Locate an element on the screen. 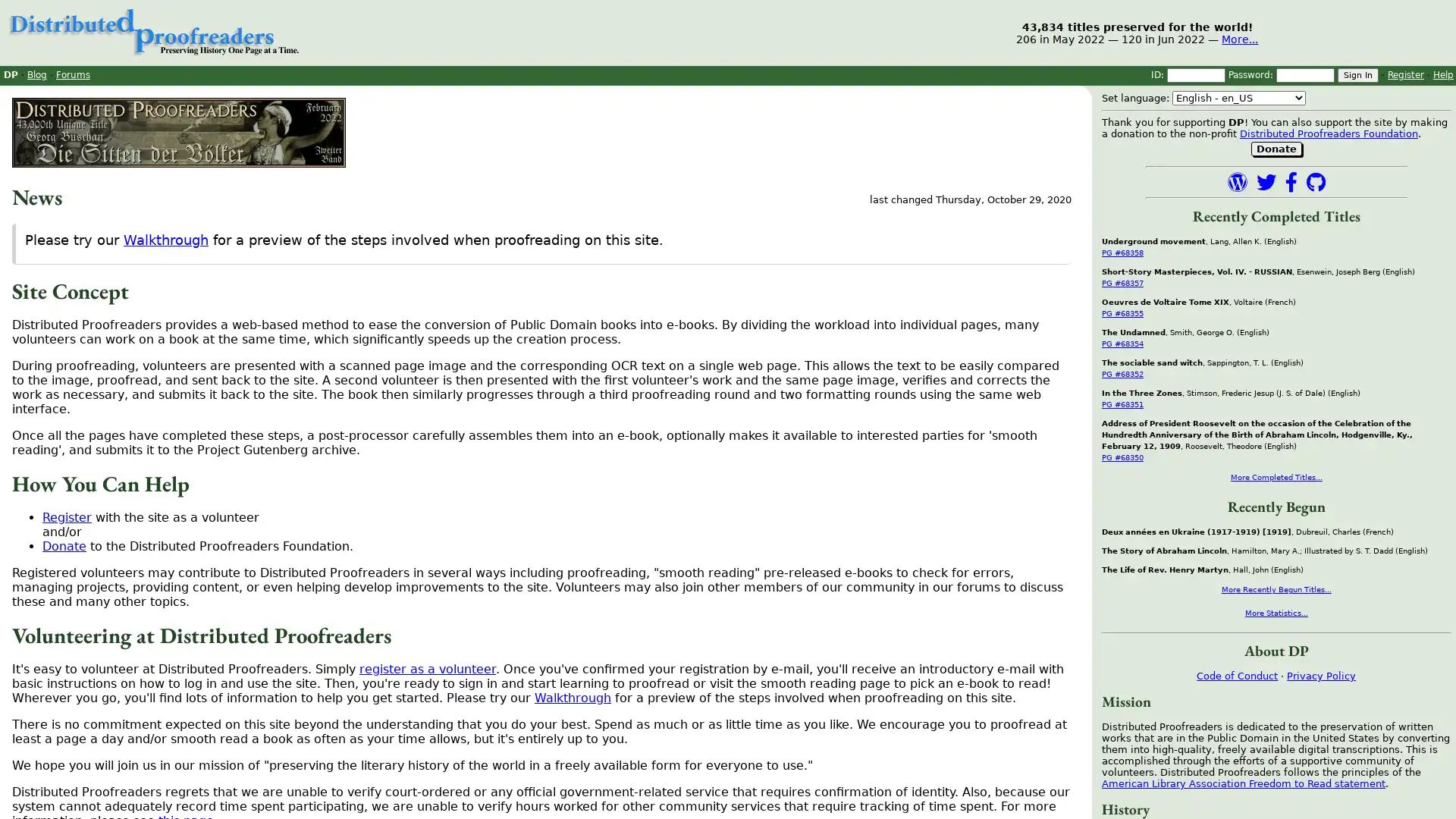 Image resolution: width=1456 pixels, height=819 pixels. Donate is located at coordinates (1275, 148).